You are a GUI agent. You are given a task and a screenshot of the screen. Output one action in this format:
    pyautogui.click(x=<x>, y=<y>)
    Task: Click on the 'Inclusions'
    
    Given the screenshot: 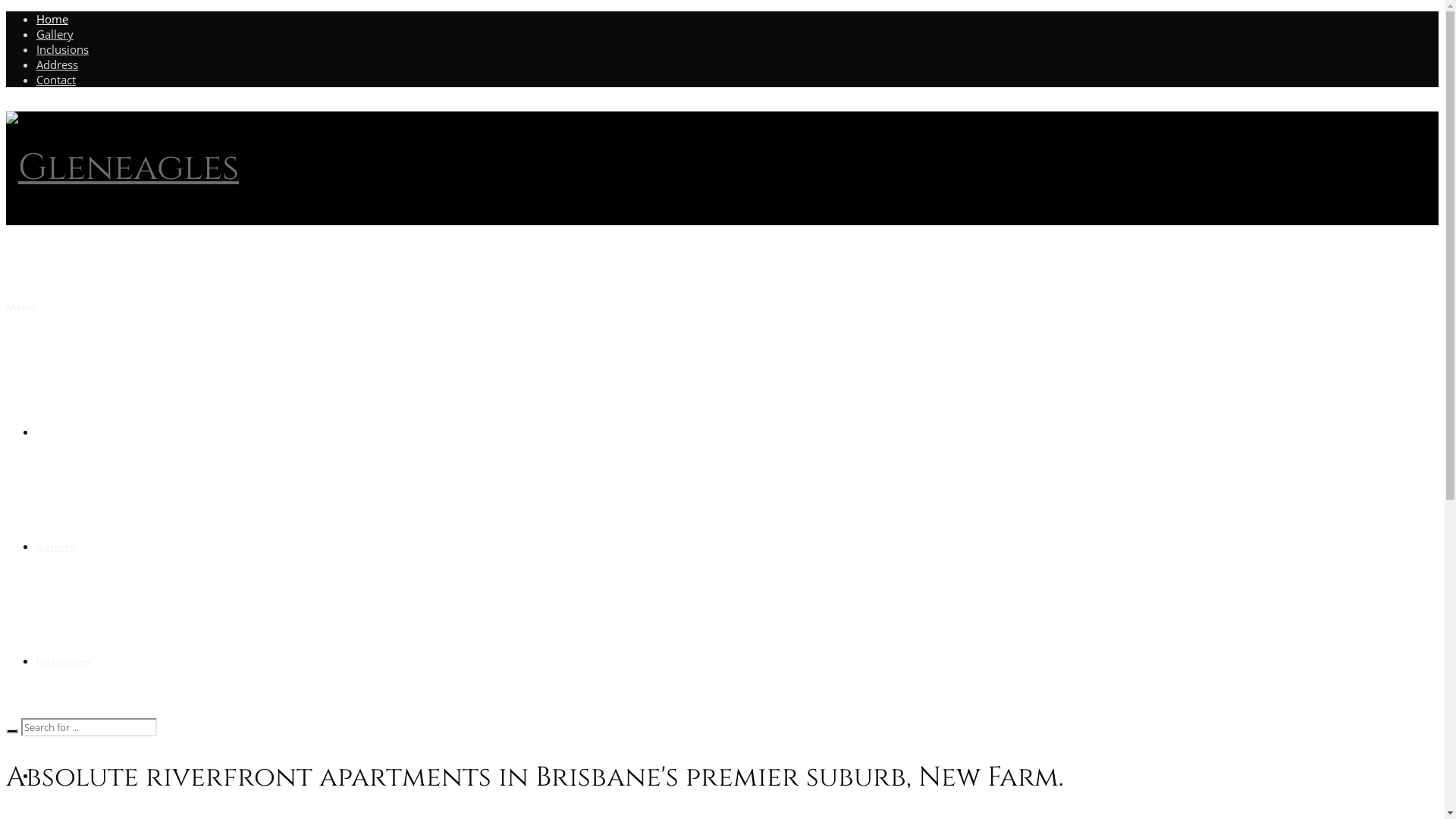 What is the action you would take?
    pyautogui.click(x=61, y=49)
    